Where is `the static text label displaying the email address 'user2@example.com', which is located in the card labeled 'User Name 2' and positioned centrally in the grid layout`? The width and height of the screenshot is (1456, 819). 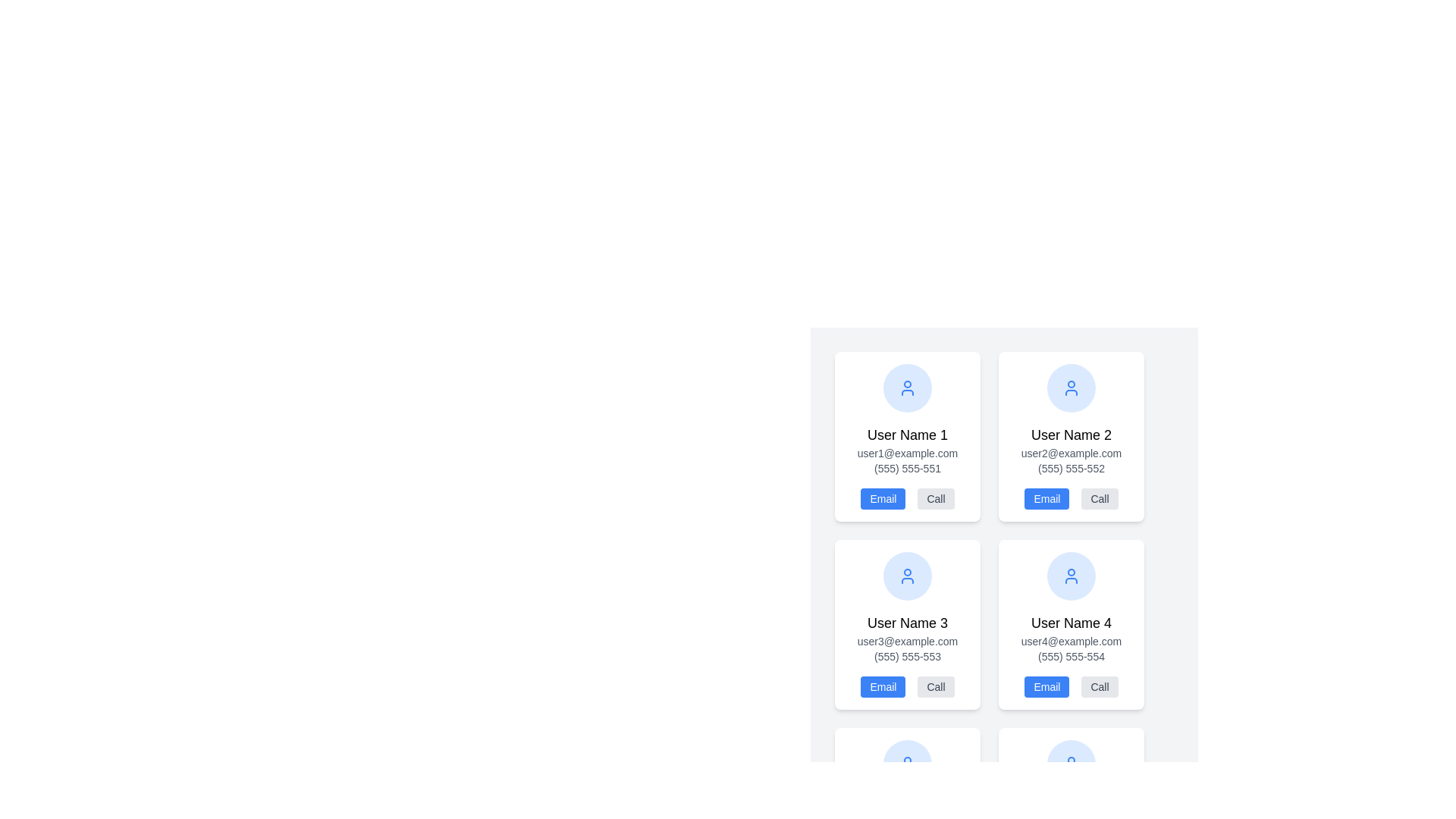
the static text label displaying the email address 'user2@example.com', which is located in the card labeled 'User Name 2' and positioned centrally in the grid layout is located at coordinates (1070, 452).